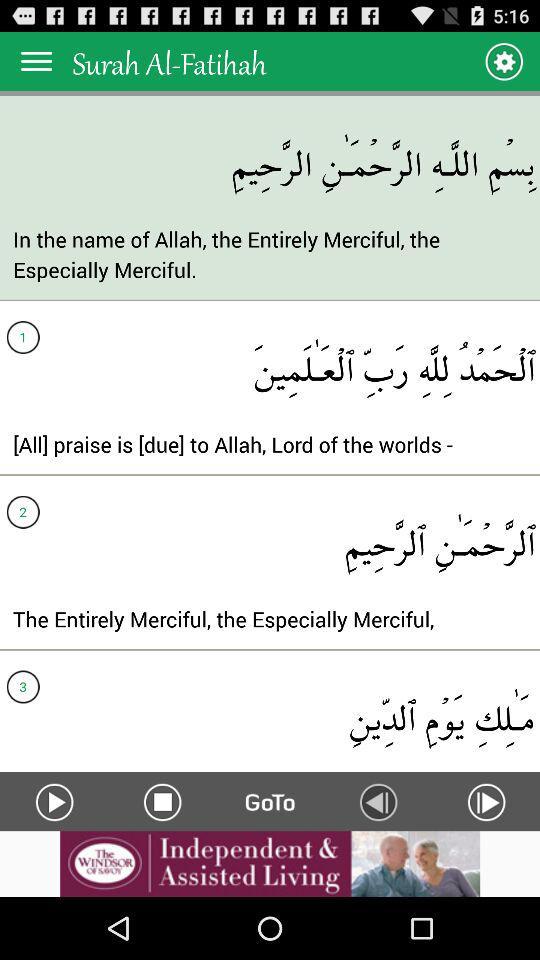 This screenshot has width=540, height=960. Describe the element at coordinates (54, 857) in the screenshot. I see `the play icon` at that location.